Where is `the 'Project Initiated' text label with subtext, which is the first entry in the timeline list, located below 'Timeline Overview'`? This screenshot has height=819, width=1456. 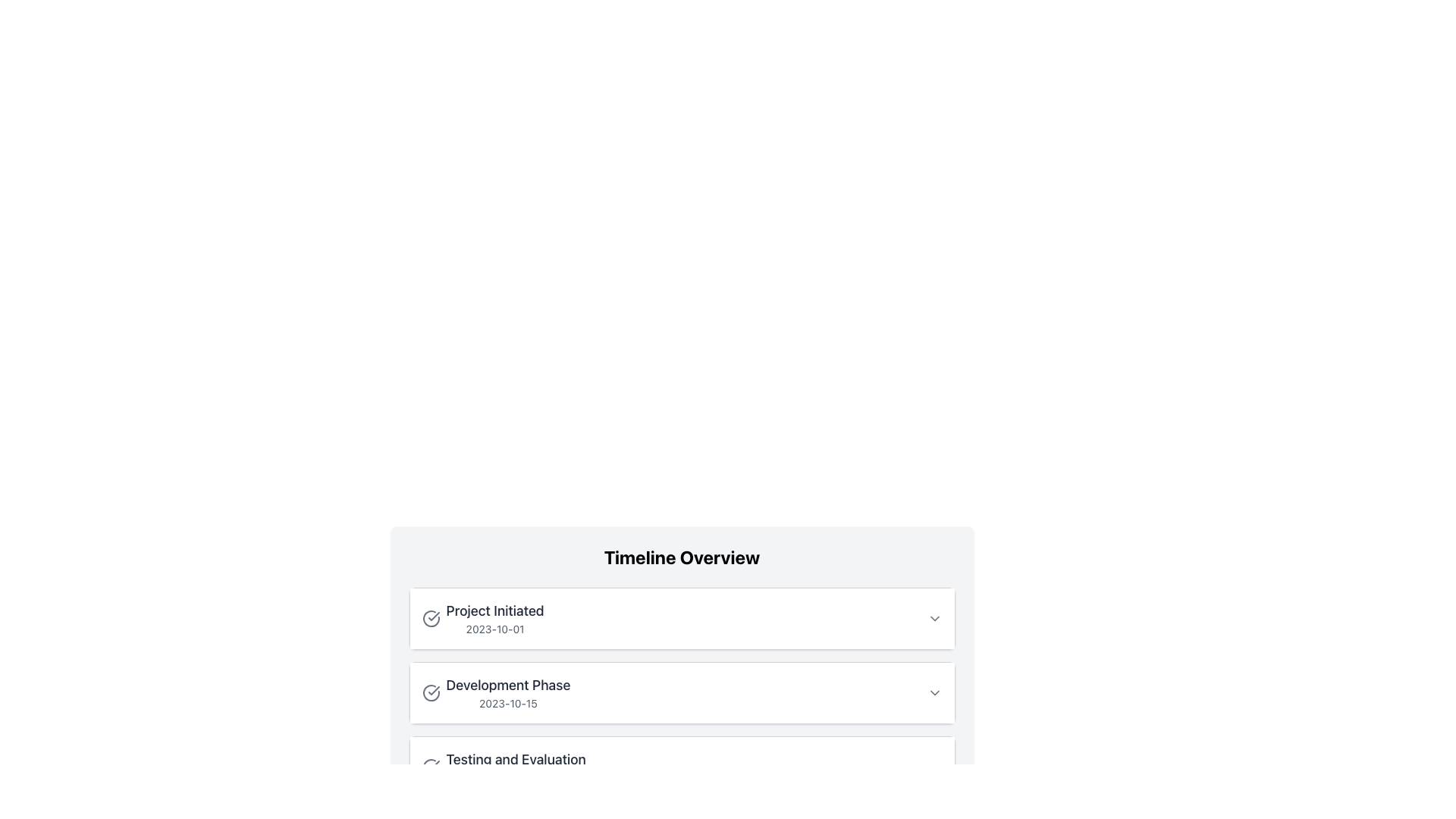
the 'Project Initiated' text label with subtext, which is the first entry in the timeline list, located below 'Timeline Overview' is located at coordinates (494, 619).